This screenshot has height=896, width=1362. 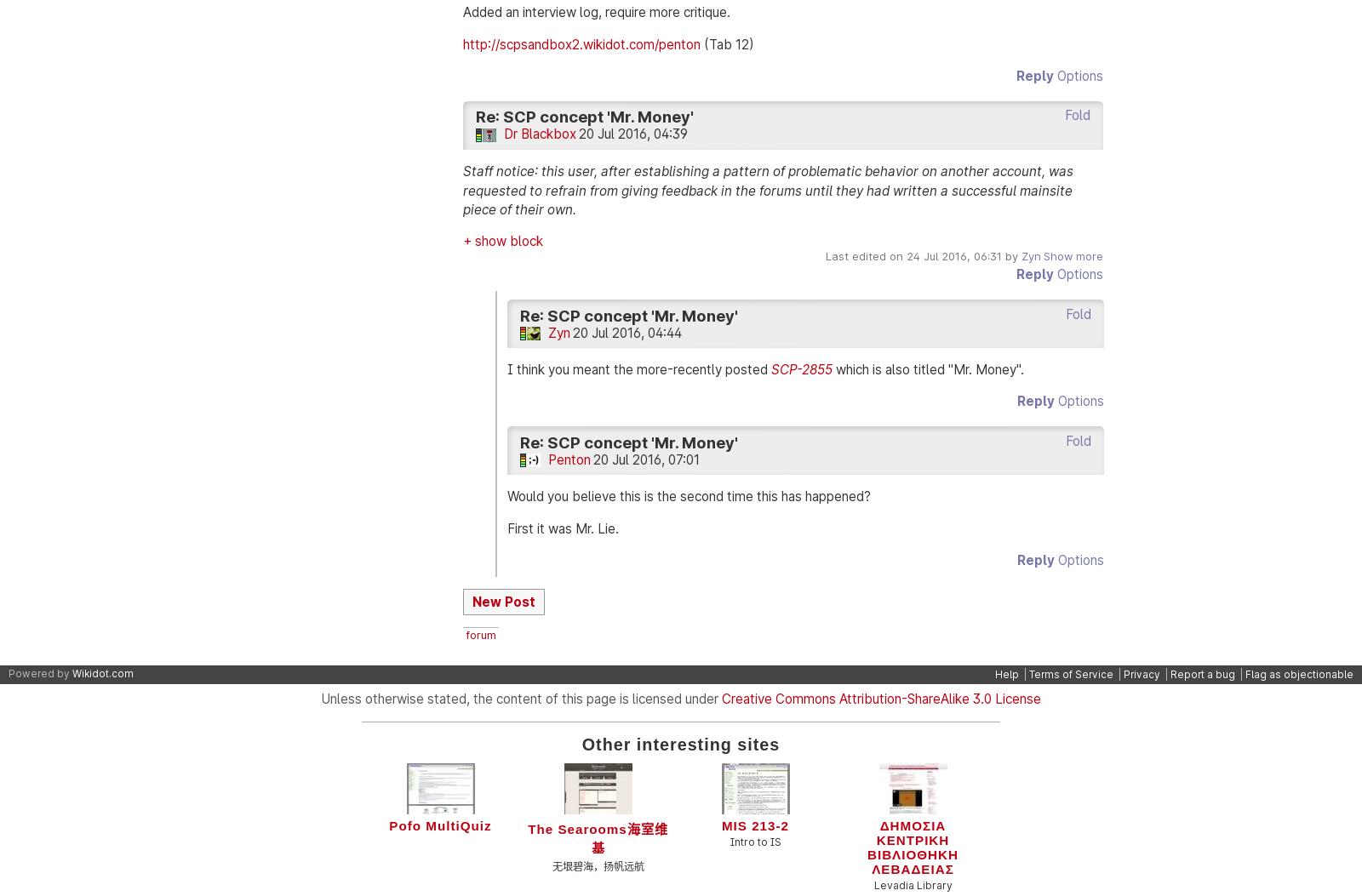 I want to click on 'which is also titled "Mr. Money".', so click(x=928, y=368).